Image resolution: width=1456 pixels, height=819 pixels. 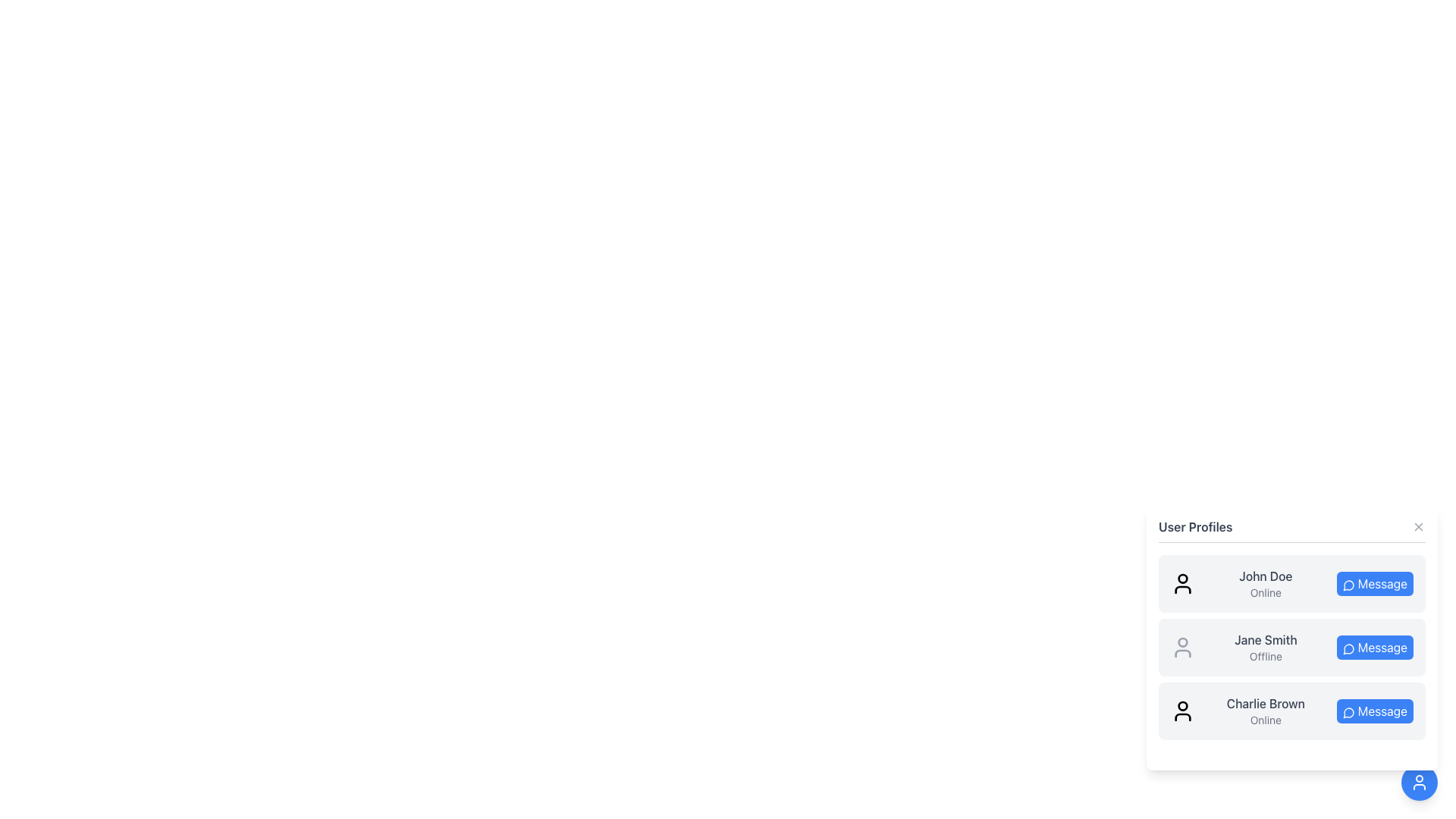 I want to click on the lower segment of the user profile icon representing 'John Doe' in the user profile list, so click(x=1182, y=589).